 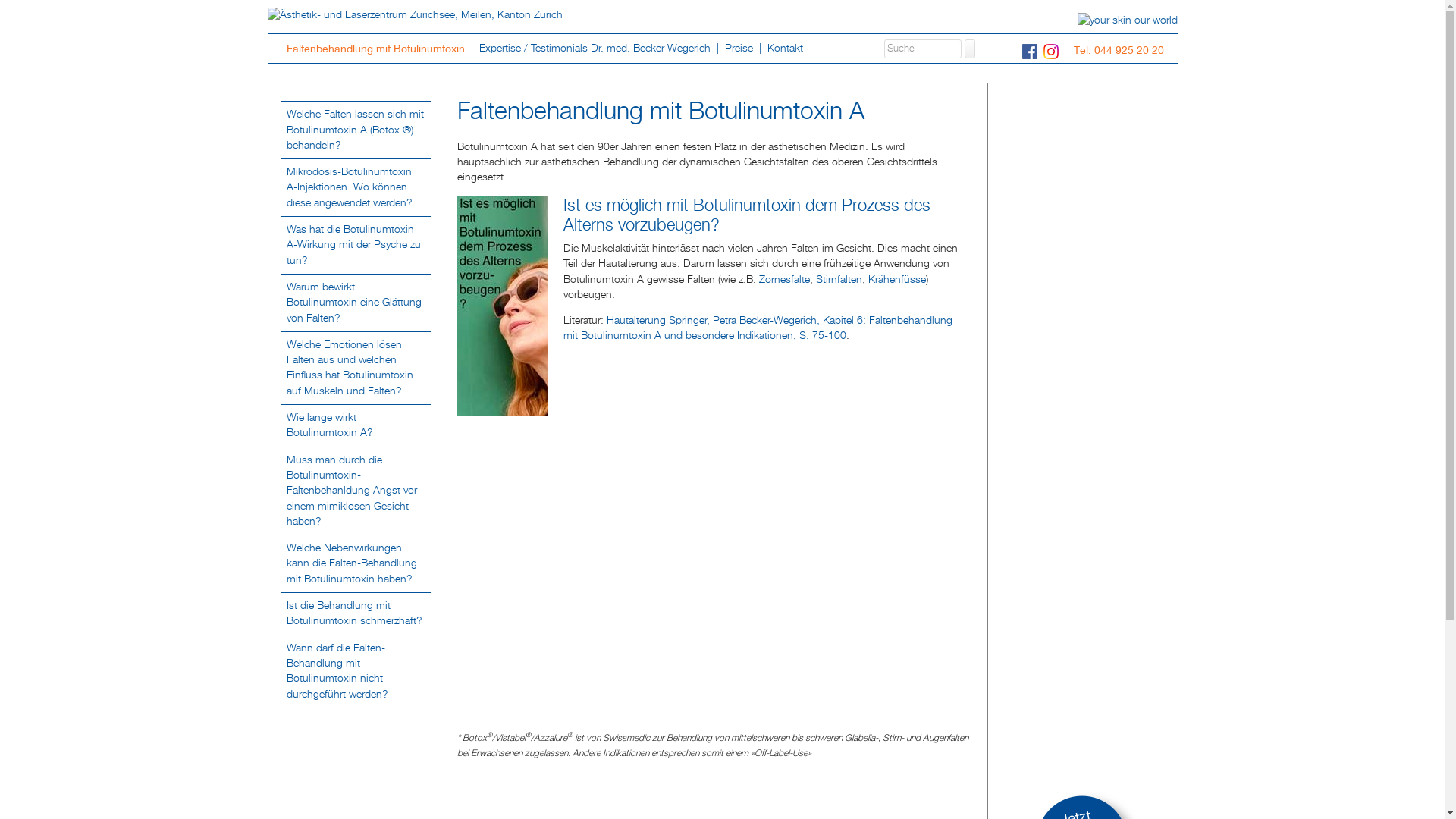 I want to click on 'Zornesfalte', so click(x=783, y=280).